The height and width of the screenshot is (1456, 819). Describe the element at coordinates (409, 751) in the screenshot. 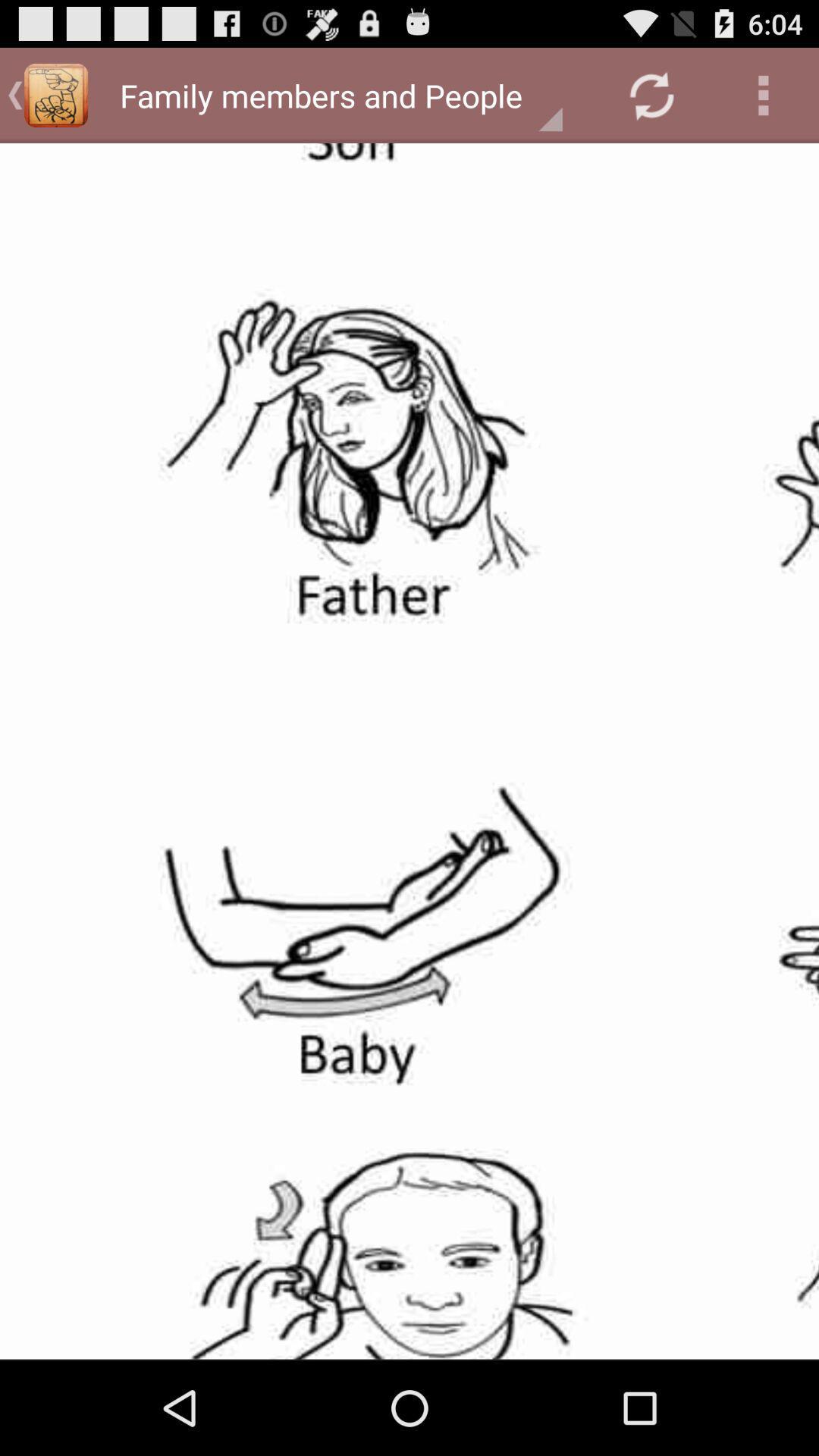

I see `open the page` at that location.